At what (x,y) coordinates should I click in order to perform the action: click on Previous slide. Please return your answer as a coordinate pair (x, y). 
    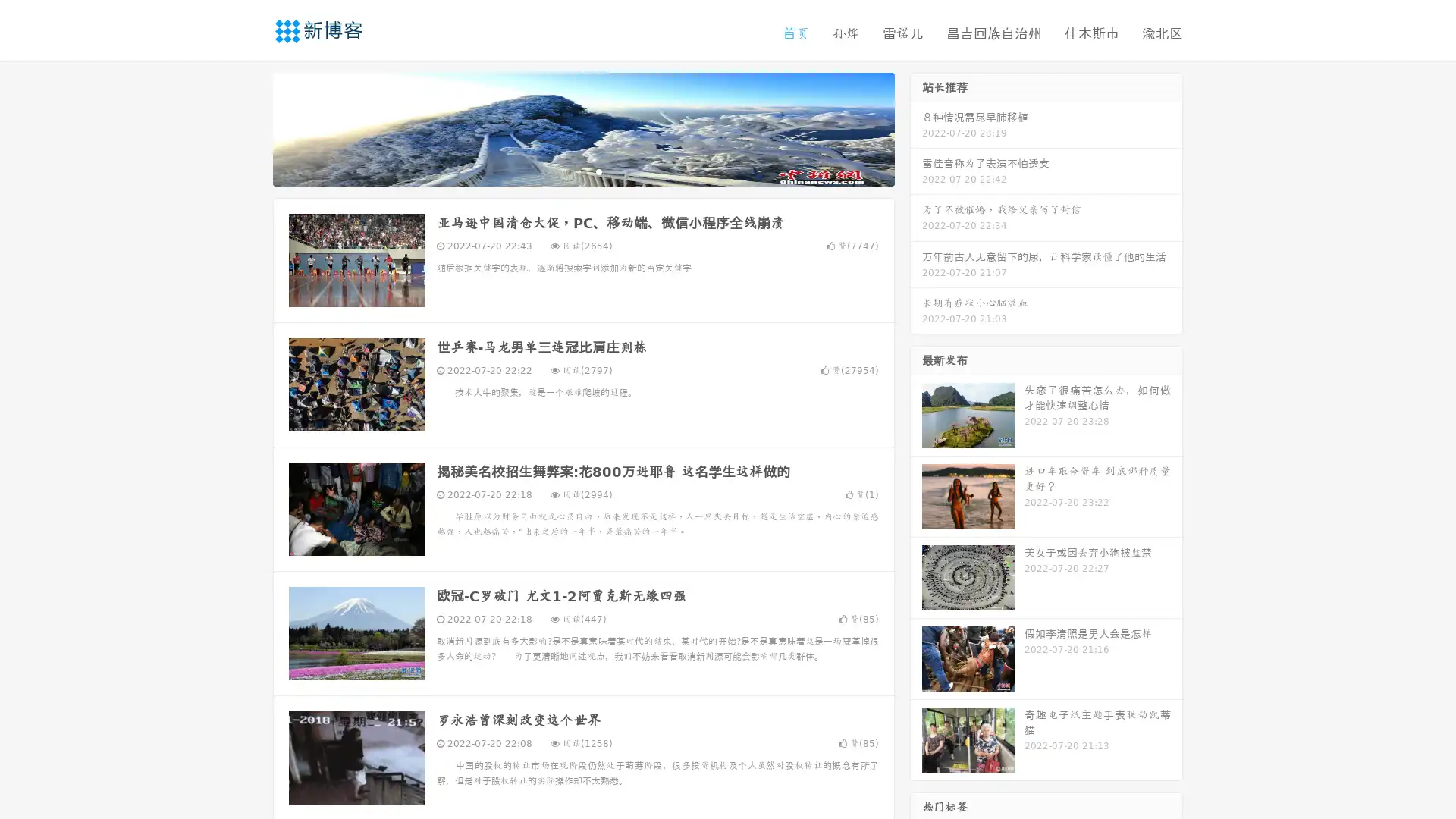
    Looking at the image, I should click on (250, 127).